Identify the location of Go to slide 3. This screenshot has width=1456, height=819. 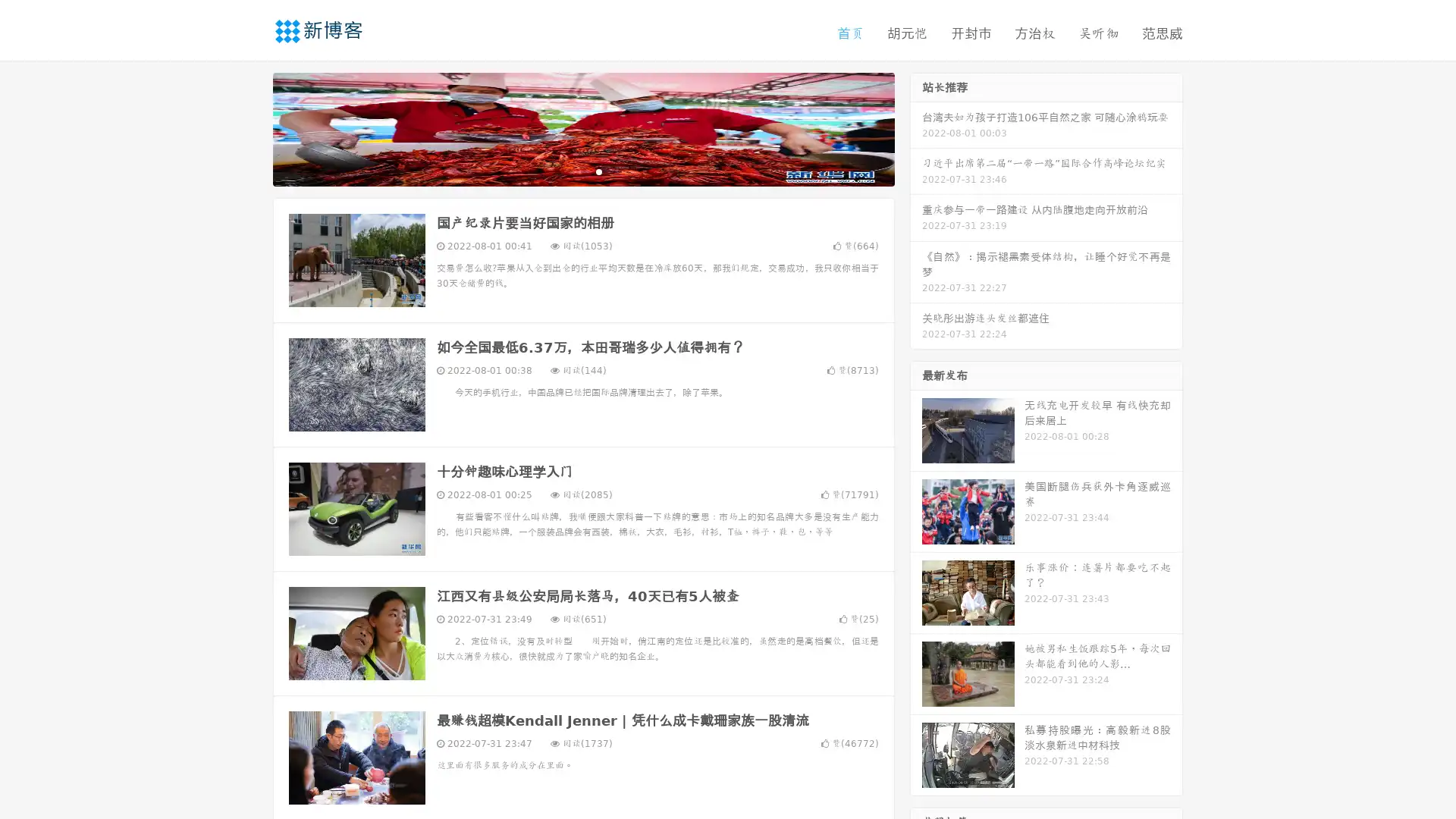
(598, 171).